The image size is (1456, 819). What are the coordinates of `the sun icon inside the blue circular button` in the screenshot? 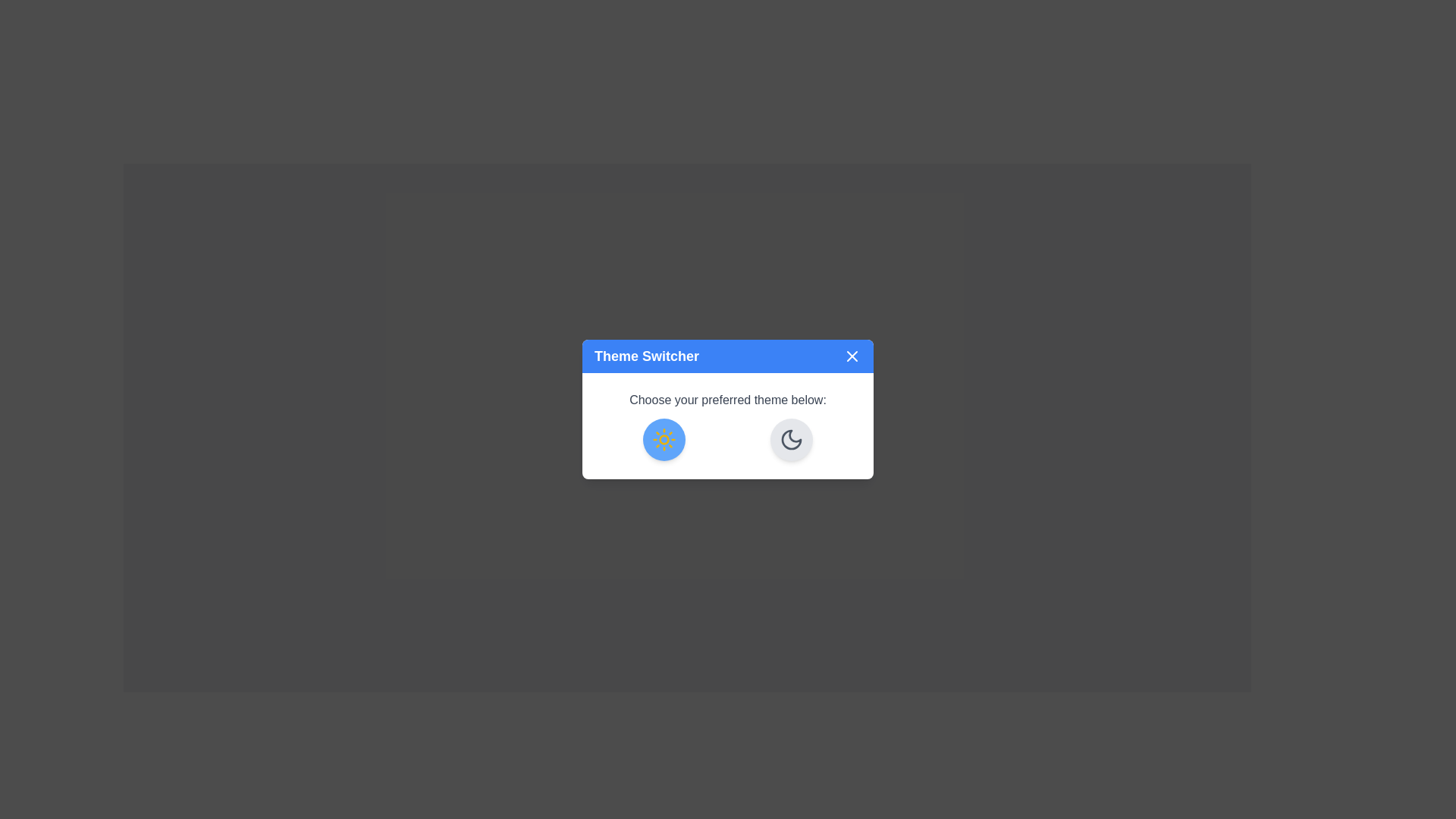 It's located at (664, 439).